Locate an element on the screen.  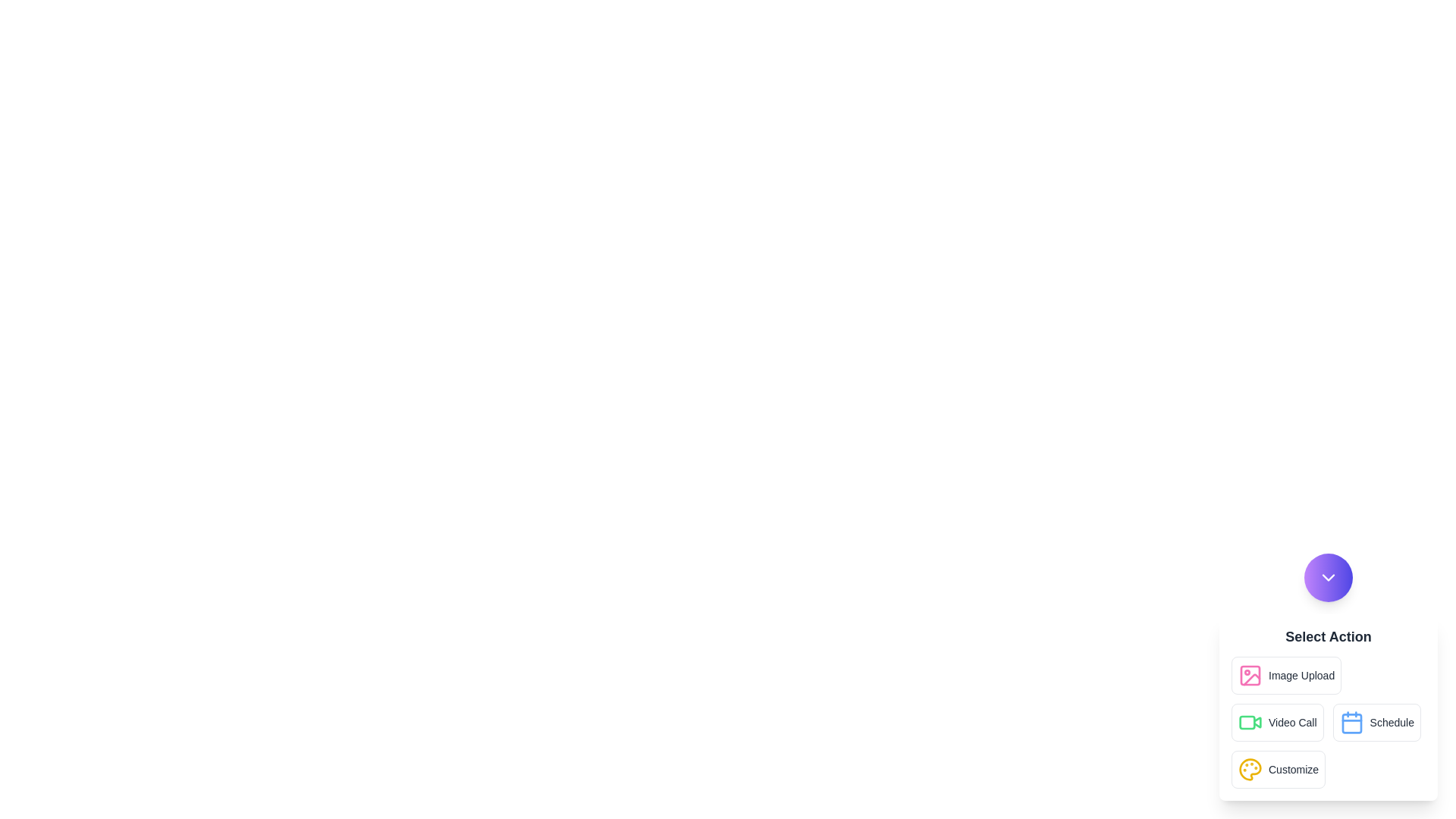
the customization icon located next to the 'Customize' label at the bottom of the vertical list of options is located at coordinates (1250, 769).